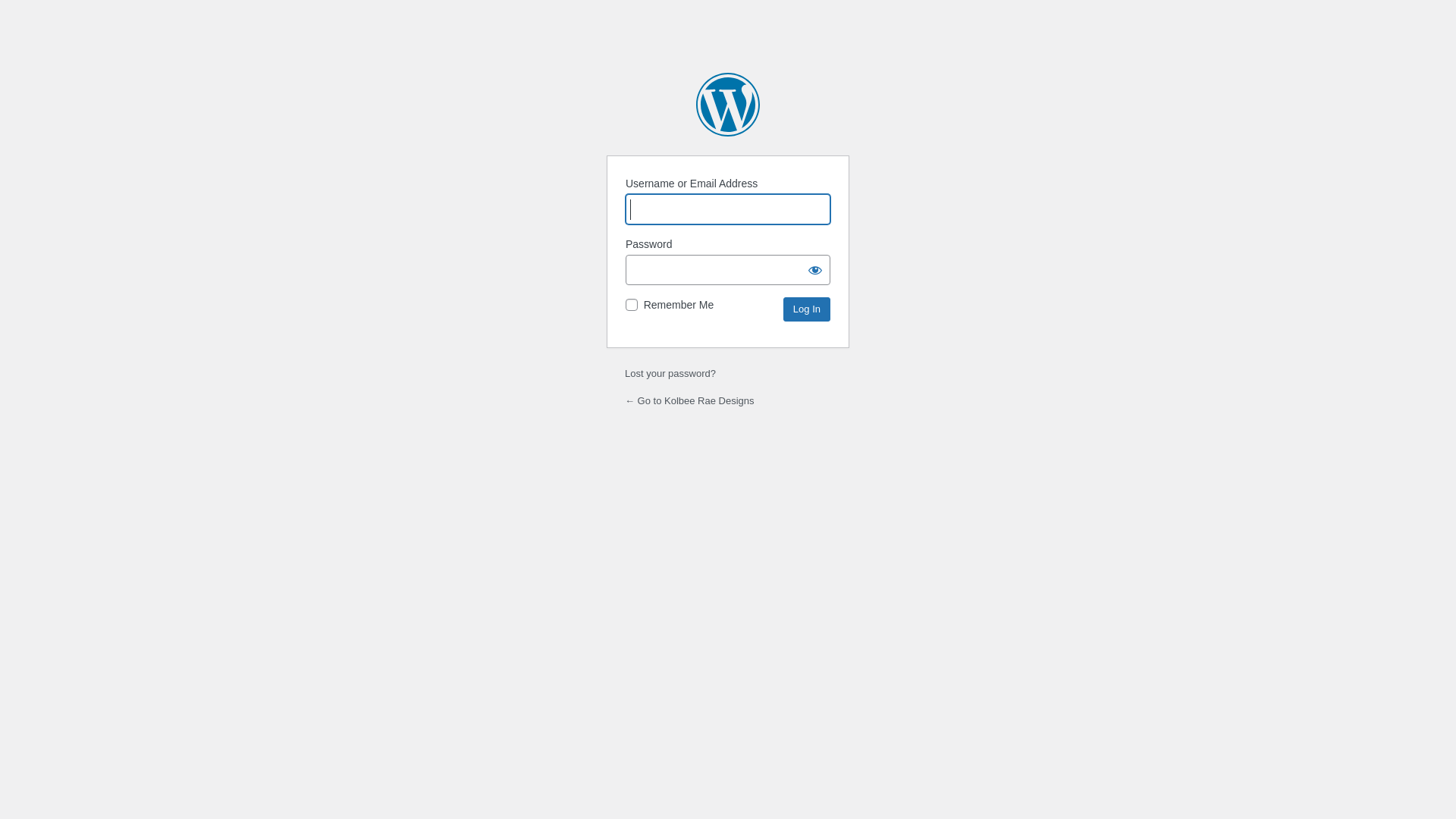 The image size is (1456, 819). Describe the element at coordinates (806, 309) in the screenshot. I see `'Log In'` at that location.